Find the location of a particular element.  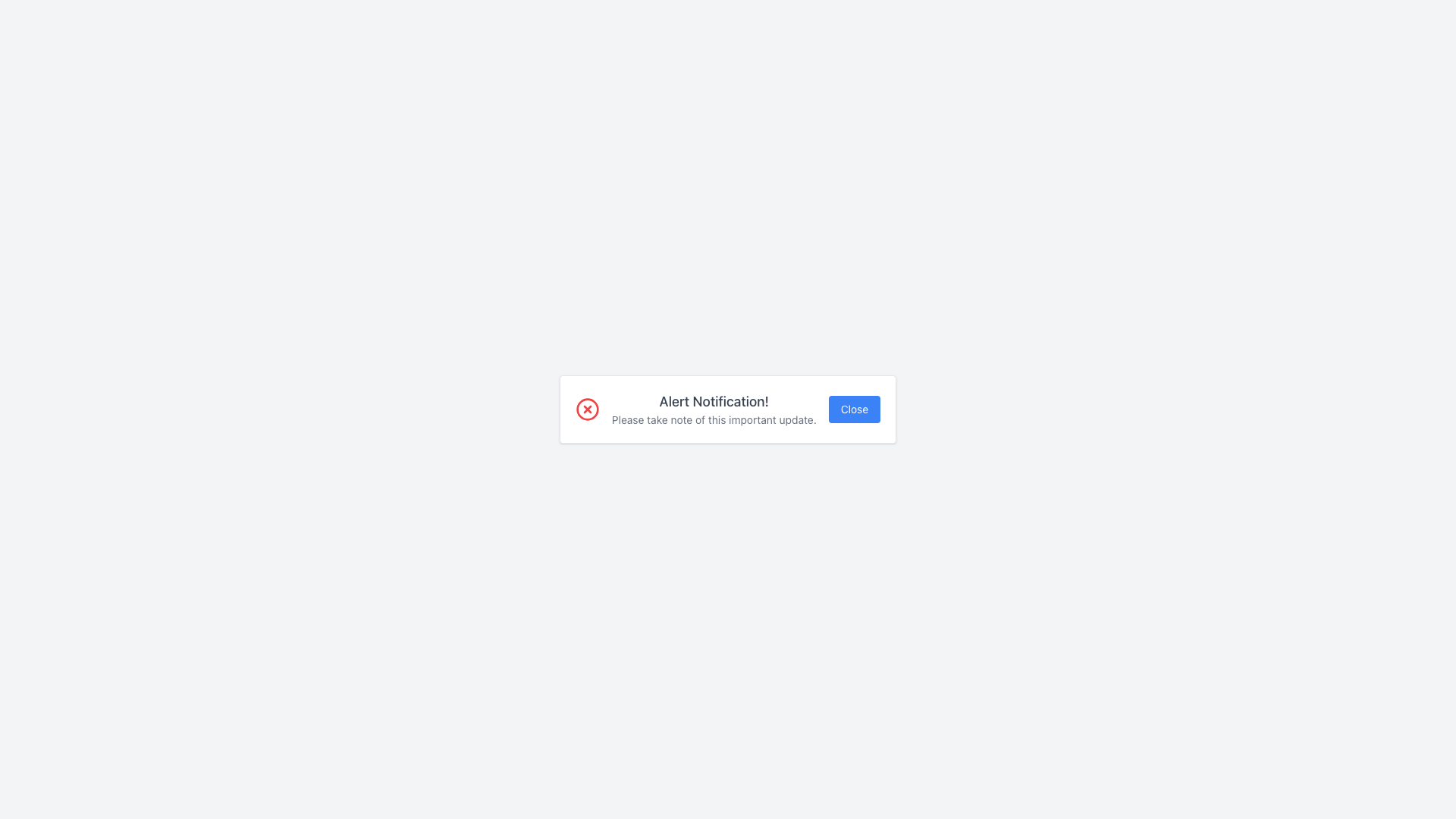

the decorative alert notification icon located on the left side of the alert notification box, adjacent to the text 'Alert Notification!' and 'Please take note of this important update.' is located at coordinates (586, 409).